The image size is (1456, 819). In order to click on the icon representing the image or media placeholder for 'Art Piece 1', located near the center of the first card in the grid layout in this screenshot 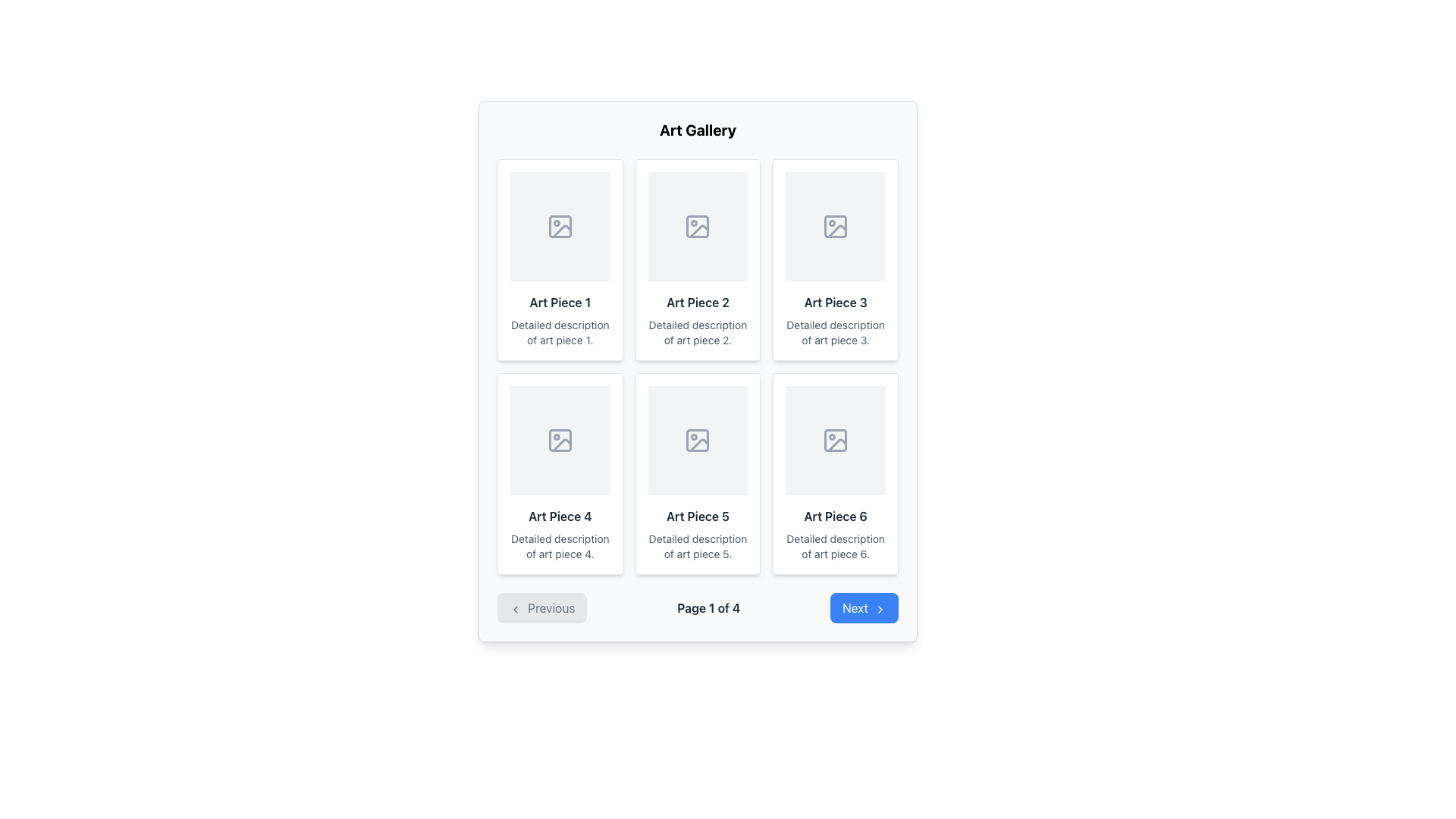, I will do `click(559, 227)`.